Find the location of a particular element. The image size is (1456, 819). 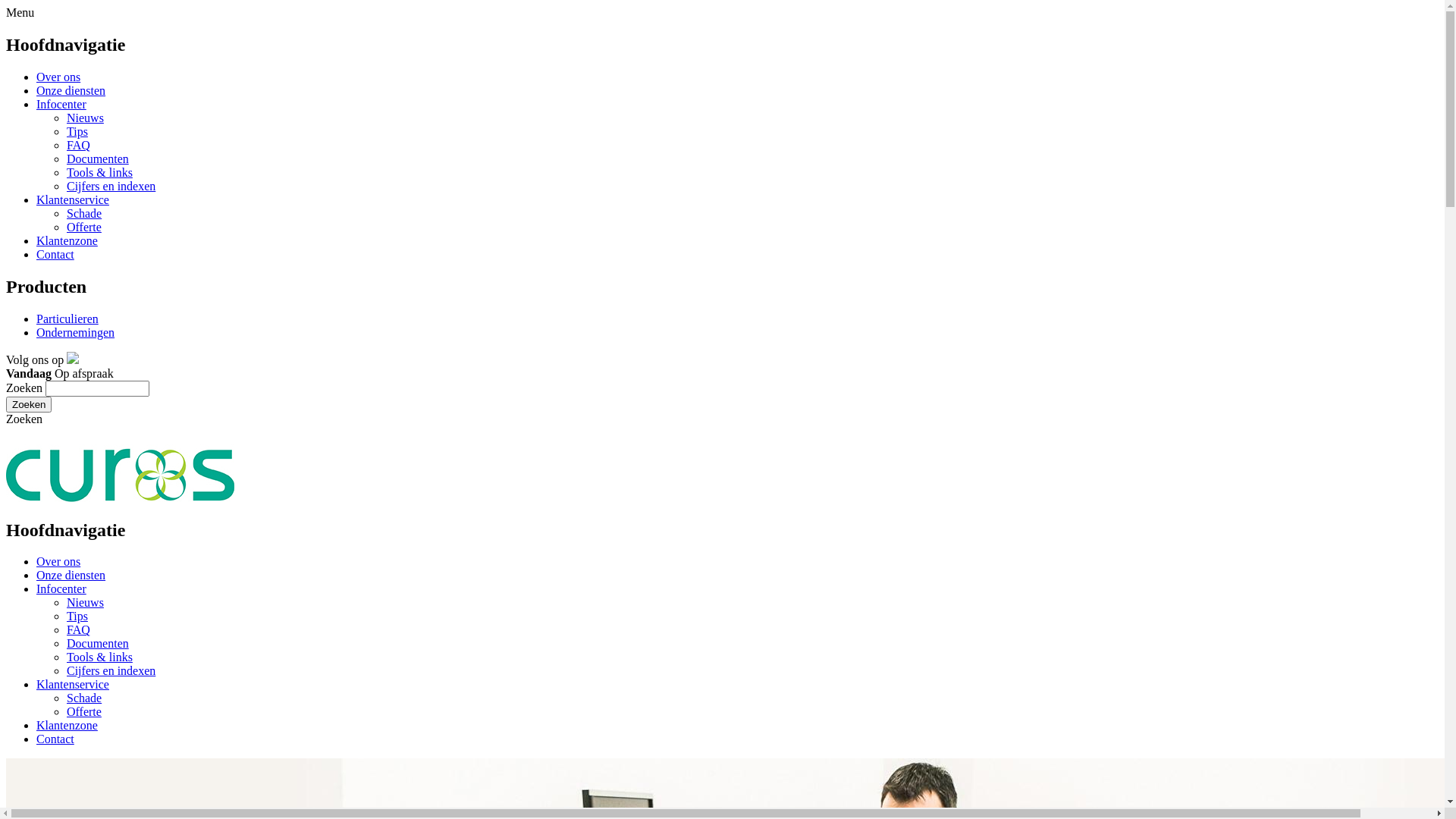

'Schade' is located at coordinates (83, 698).